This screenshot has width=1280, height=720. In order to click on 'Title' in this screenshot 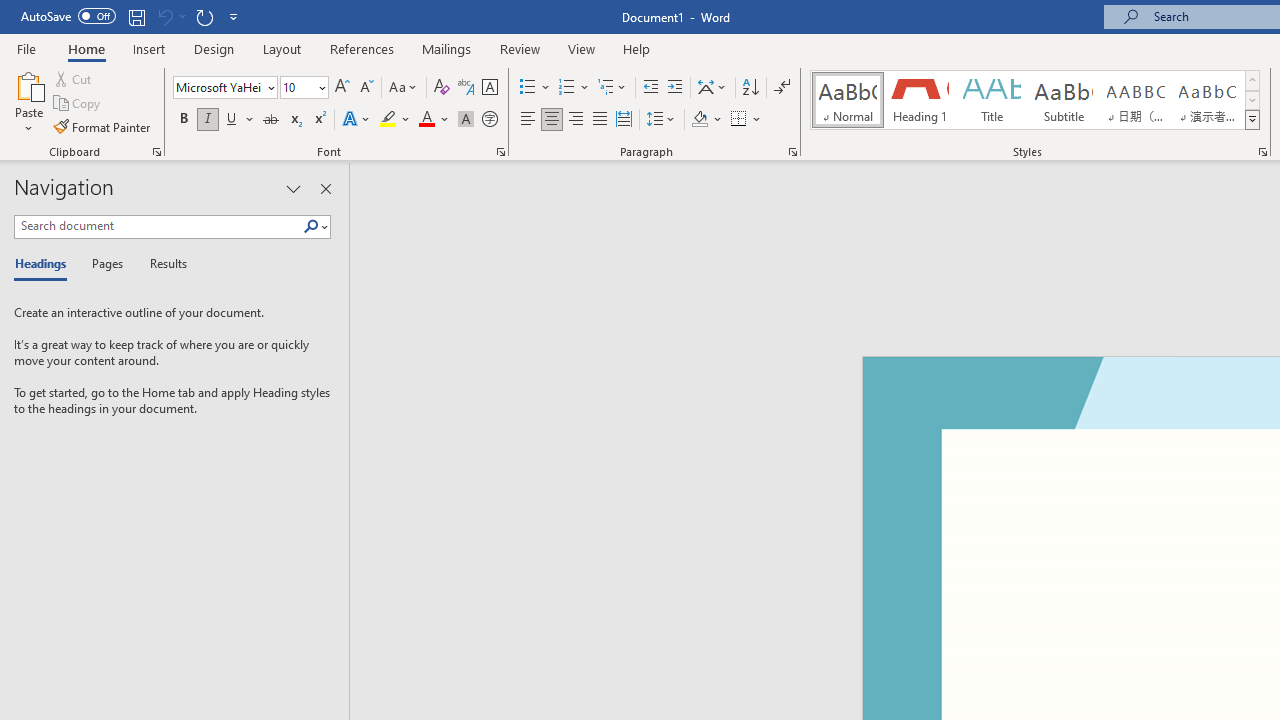, I will do `click(992, 100)`.